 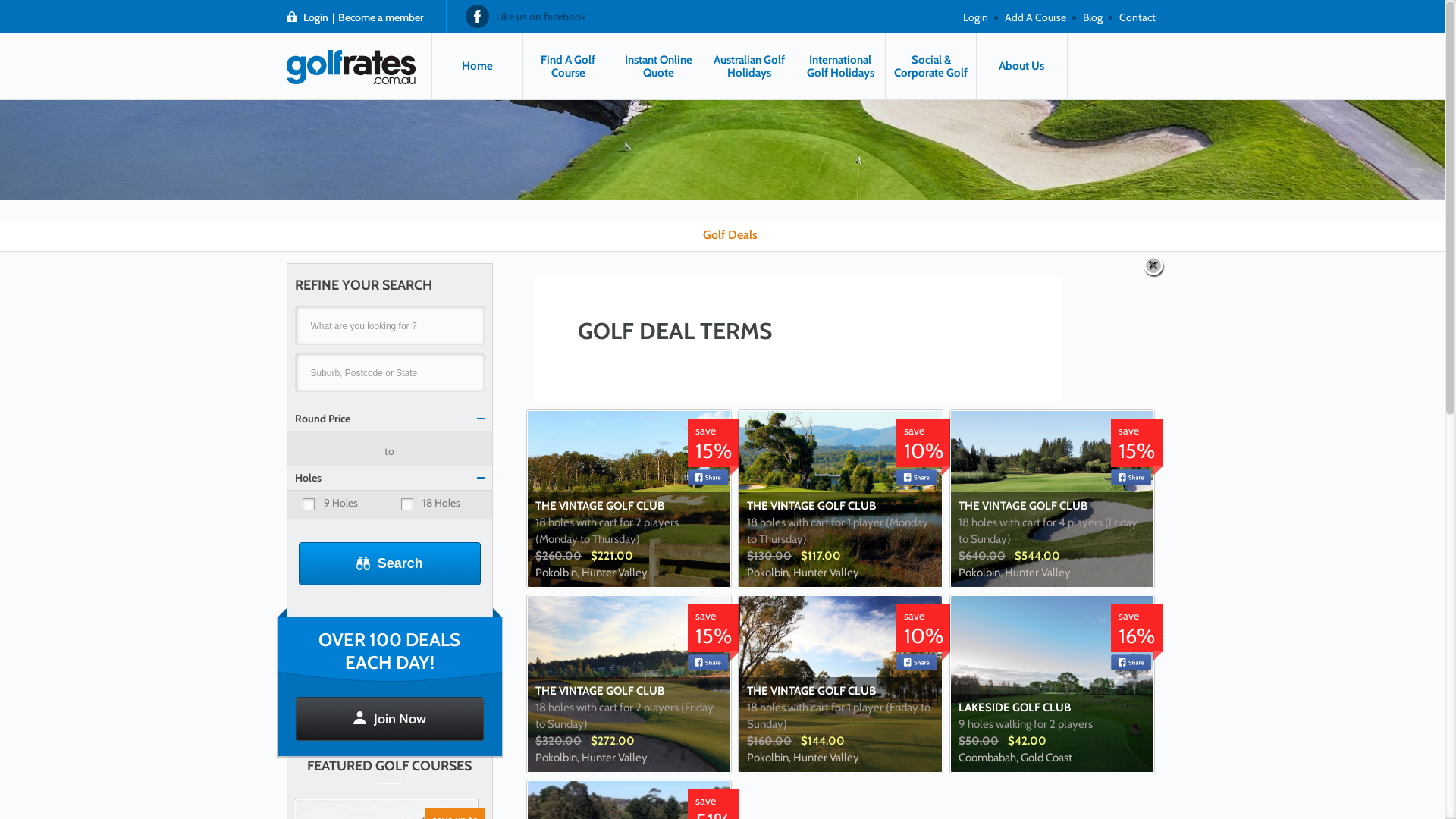 What do you see at coordinates (1136, 632) in the screenshot?
I see `'save` at bounding box center [1136, 632].